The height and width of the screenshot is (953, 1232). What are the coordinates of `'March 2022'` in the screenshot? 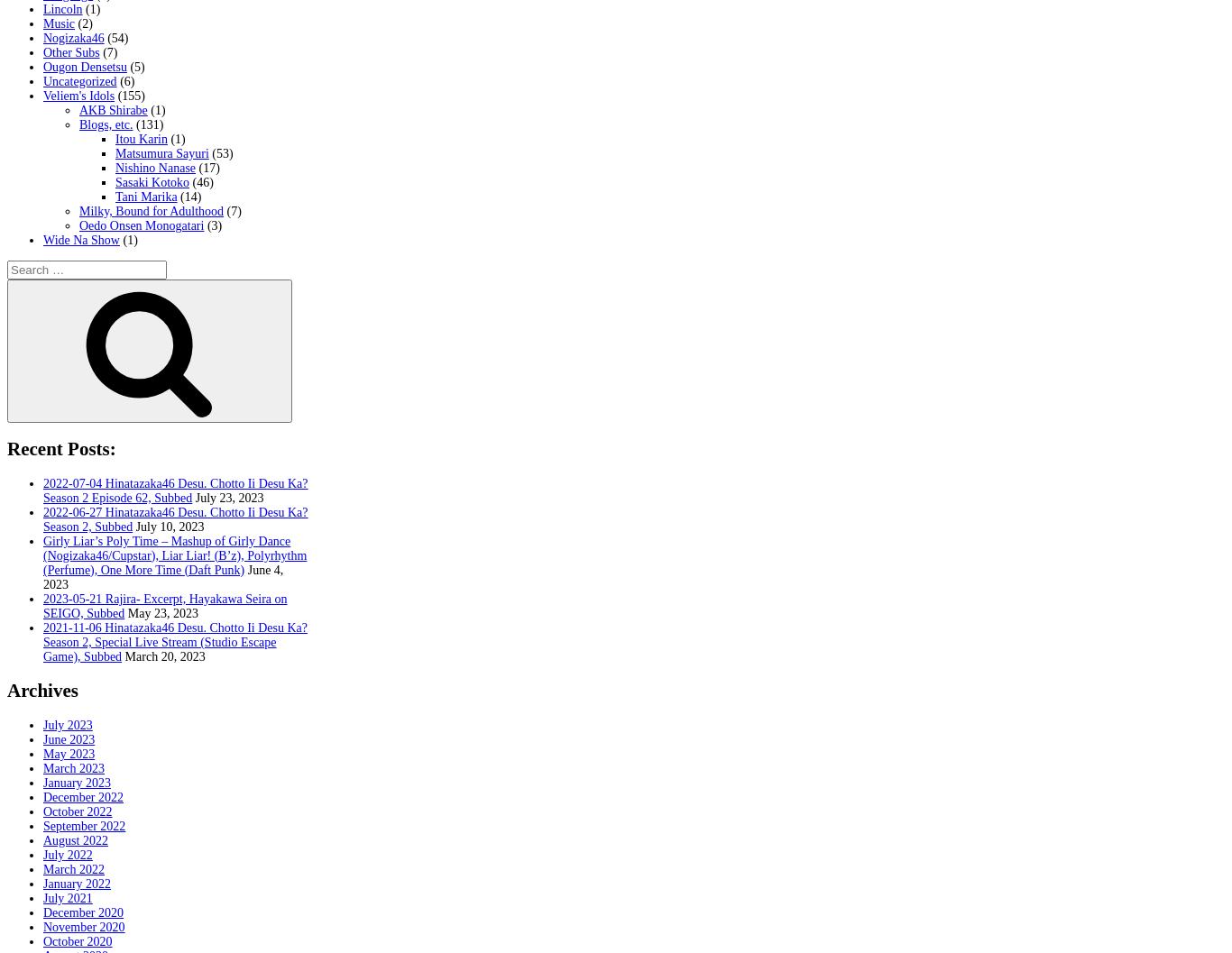 It's located at (42, 868).